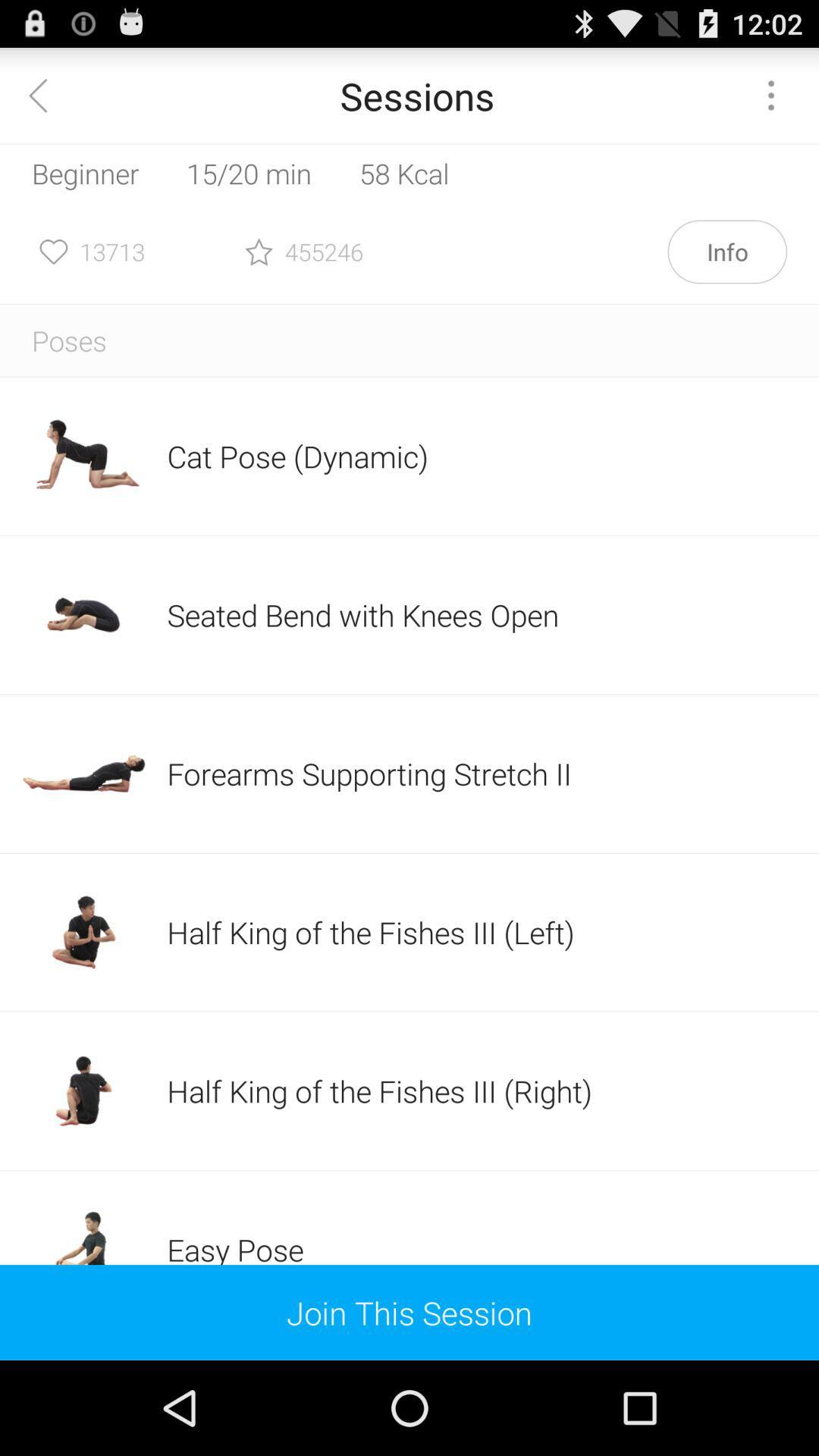 The width and height of the screenshot is (819, 1456). Describe the element at coordinates (771, 101) in the screenshot. I see `the more icon` at that location.